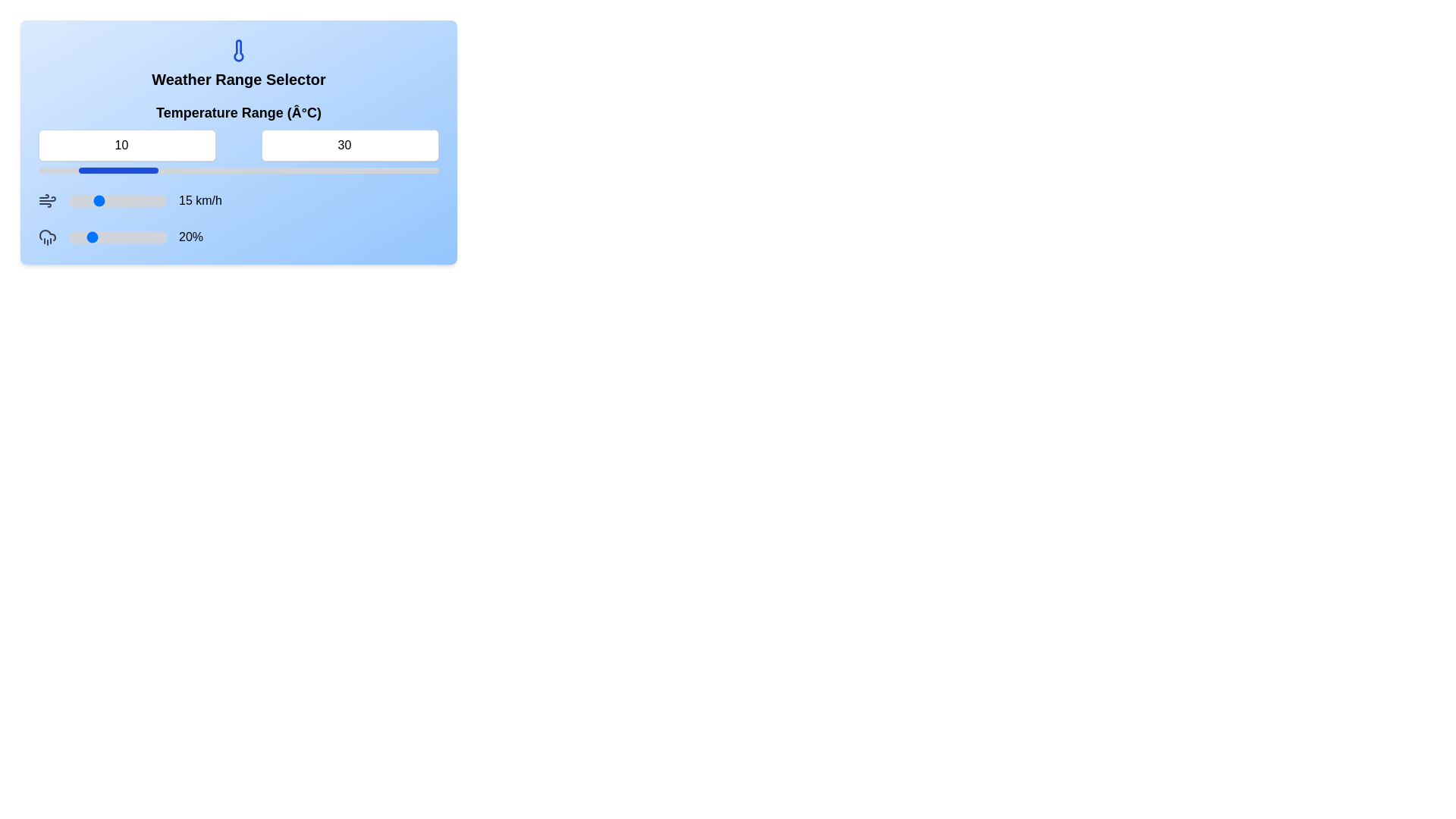  I want to click on the decorative vector icon located at the top-center of the 'Weather Range Selector' component, which is part of the thermometer icon above the 'Temperature Range (°C)' text, so click(238, 49).